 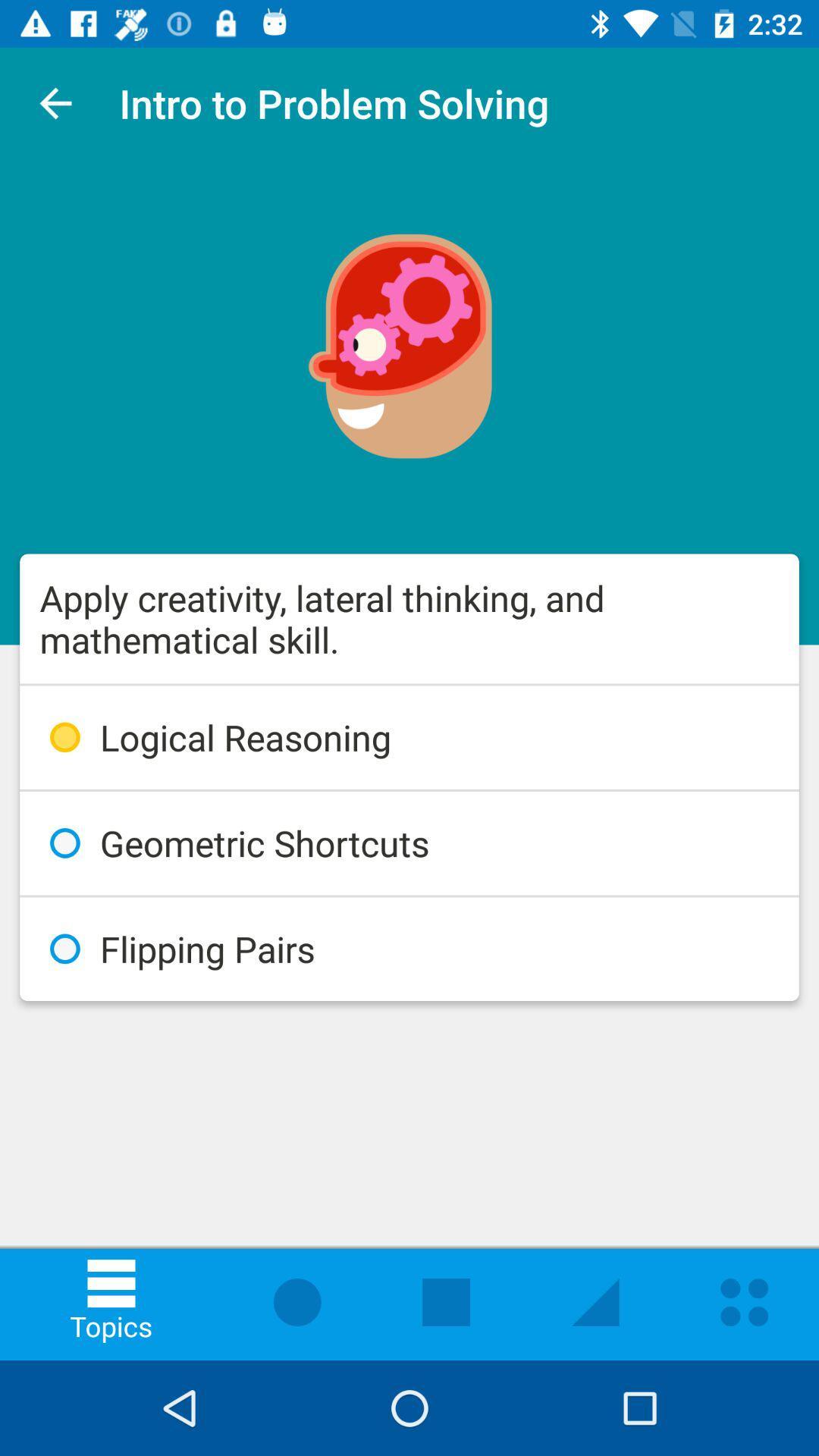 I want to click on the icon above geometric shortcuts icon, so click(x=409, y=737).